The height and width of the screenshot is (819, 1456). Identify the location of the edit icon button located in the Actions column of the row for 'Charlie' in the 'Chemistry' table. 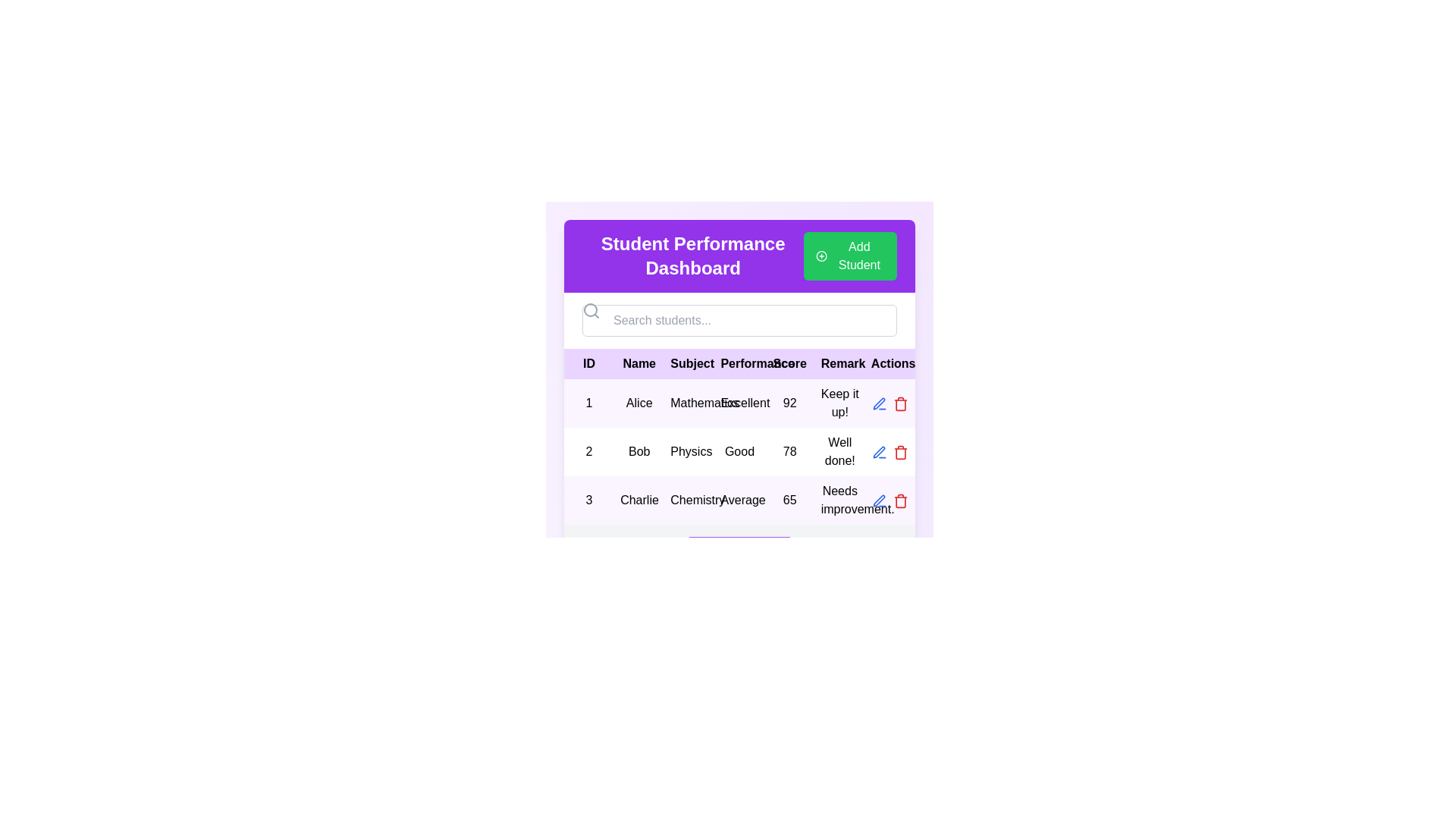
(879, 451).